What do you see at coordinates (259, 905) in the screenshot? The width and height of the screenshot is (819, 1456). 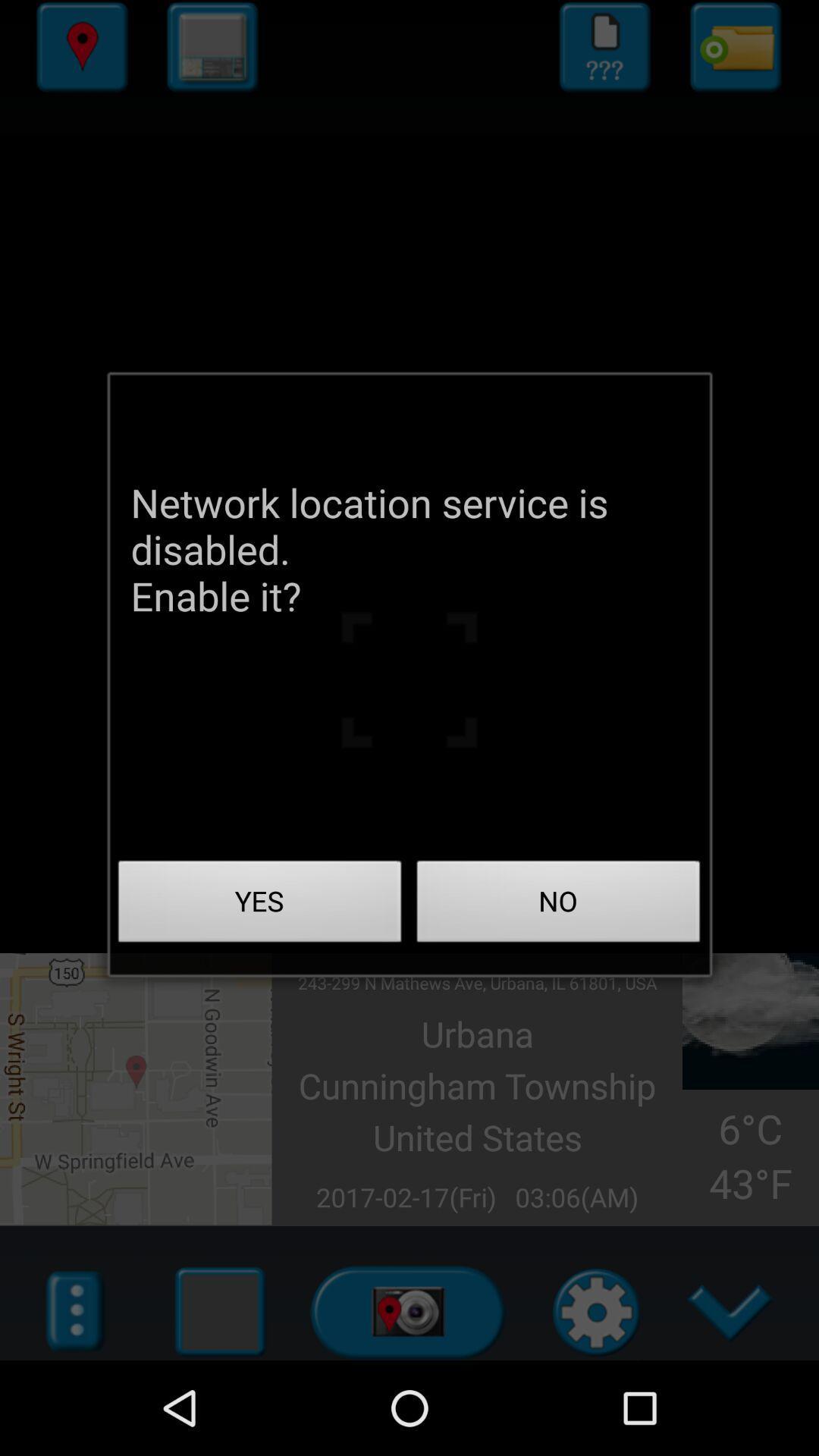 I see `the yes item` at bounding box center [259, 905].